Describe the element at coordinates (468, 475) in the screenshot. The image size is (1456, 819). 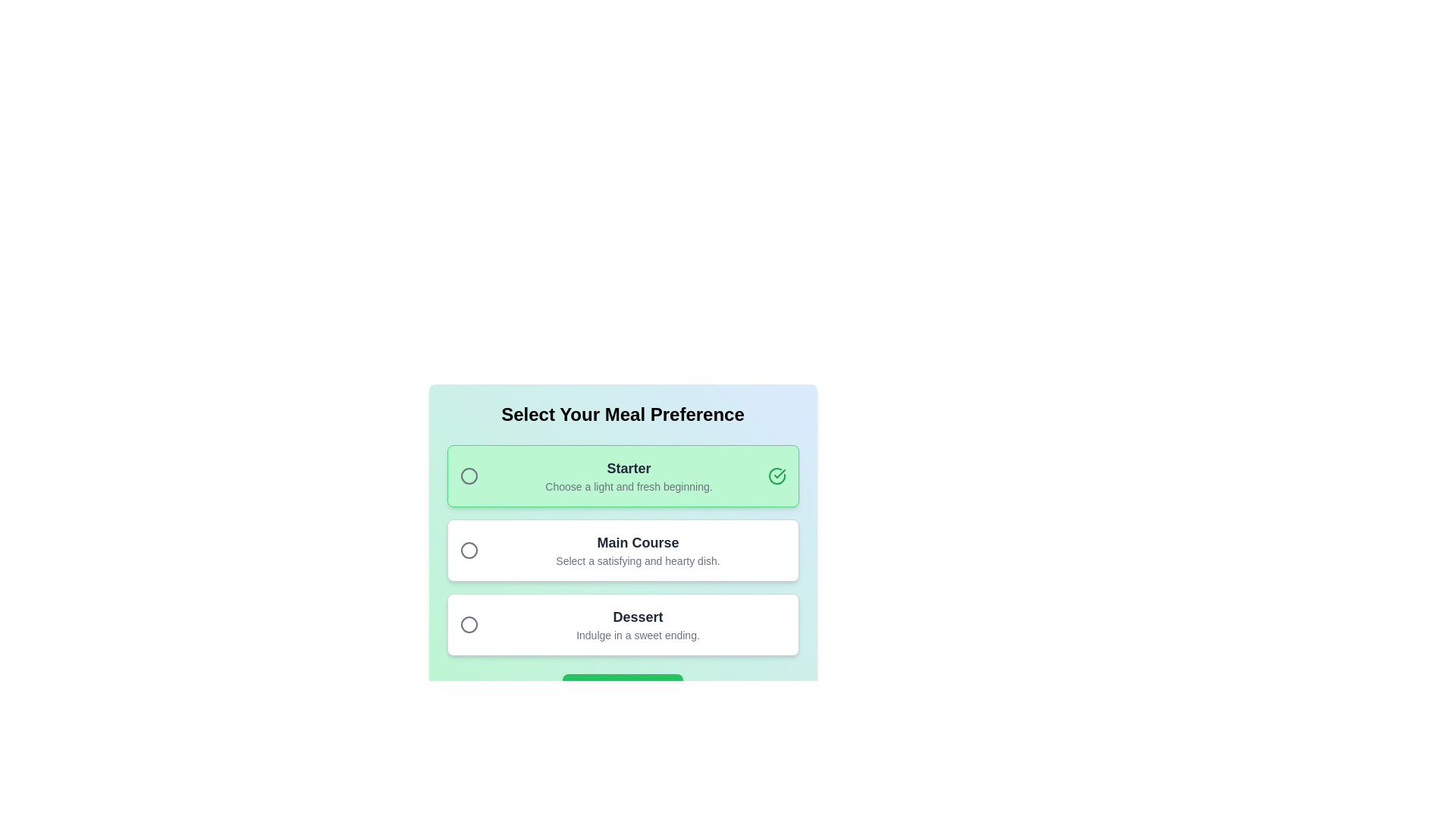
I see `the circular icon with a gray border located in the top-left corner of the green box labeled 'Starter'` at that location.